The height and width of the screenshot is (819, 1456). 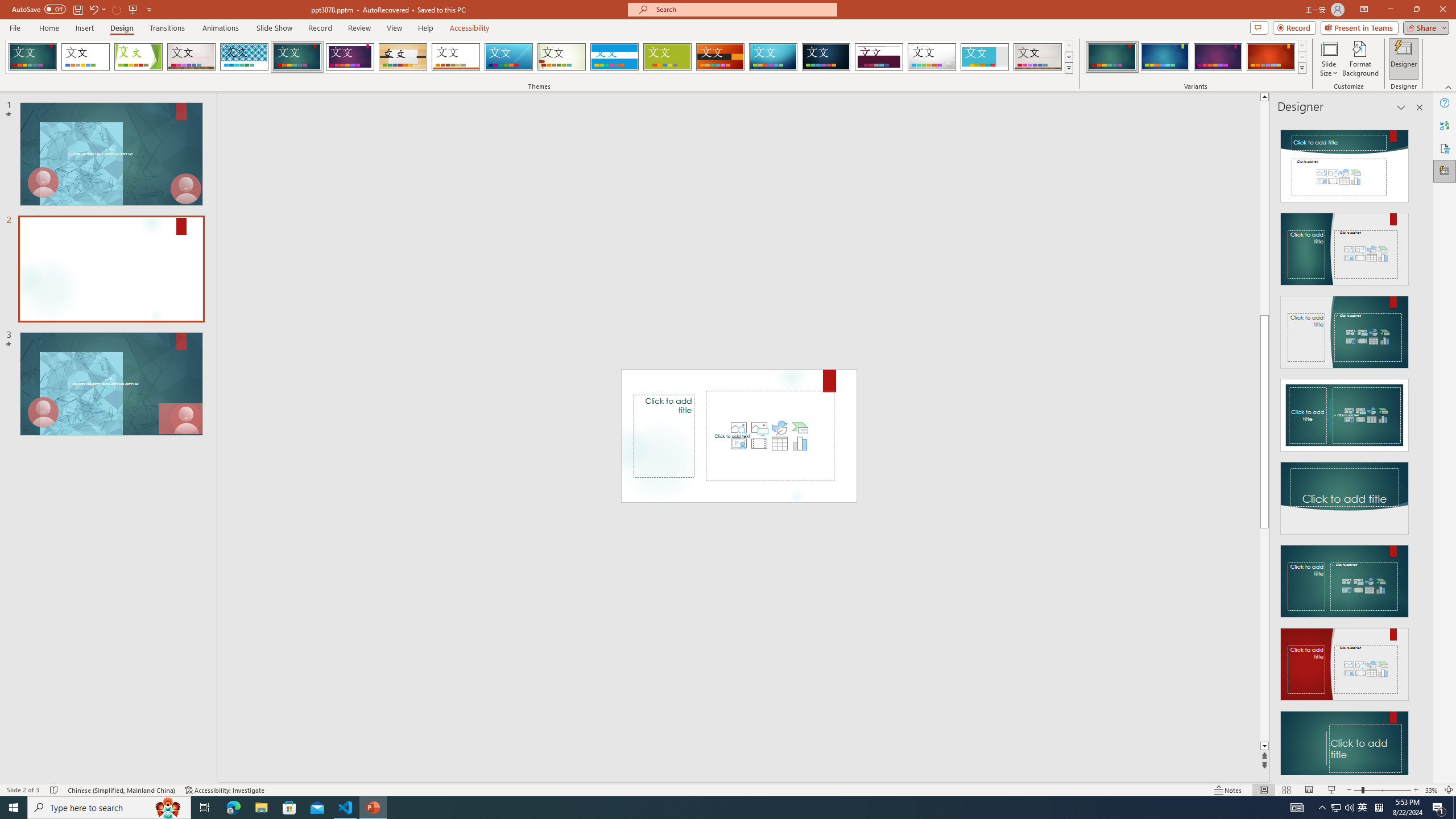 What do you see at coordinates (1217, 56) in the screenshot?
I see `'Ion Variant 3'` at bounding box center [1217, 56].